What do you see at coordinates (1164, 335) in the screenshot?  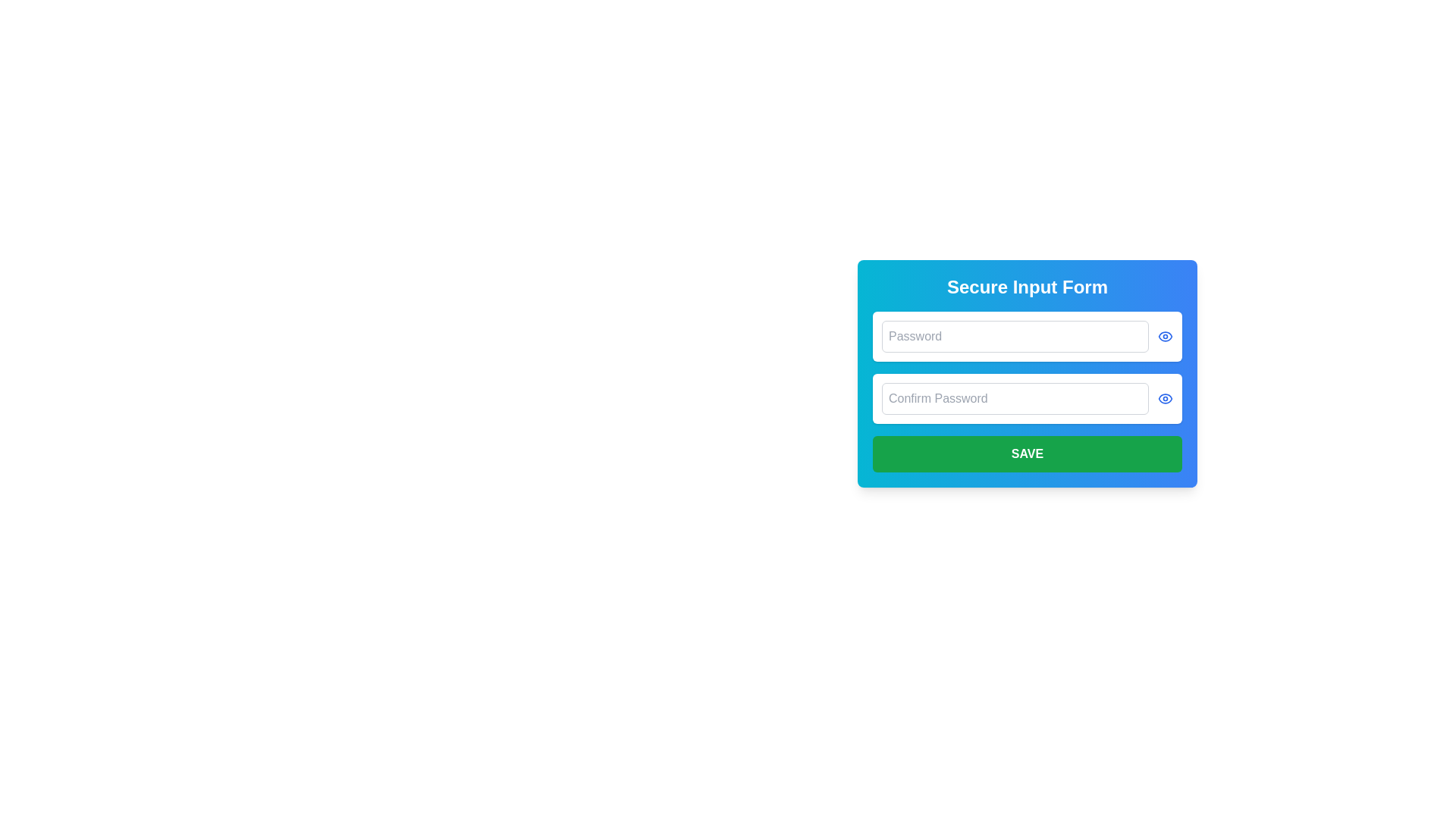 I see `the blue eye-shaped button to the right of the 'Password' input field` at bounding box center [1164, 335].